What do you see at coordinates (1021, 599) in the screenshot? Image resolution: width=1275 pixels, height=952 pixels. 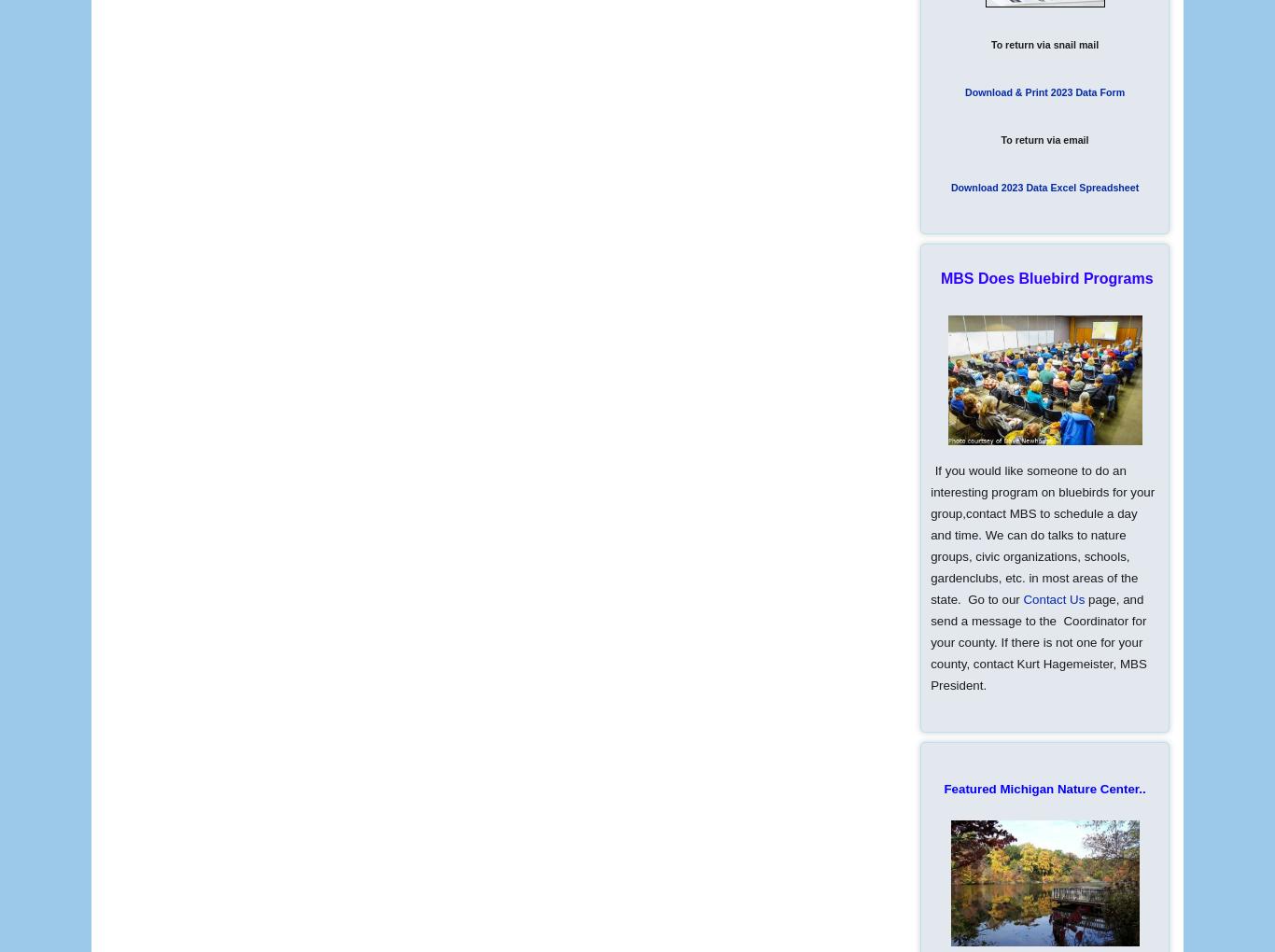 I see `'Contact Us'` at bounding box center [1021, 599].